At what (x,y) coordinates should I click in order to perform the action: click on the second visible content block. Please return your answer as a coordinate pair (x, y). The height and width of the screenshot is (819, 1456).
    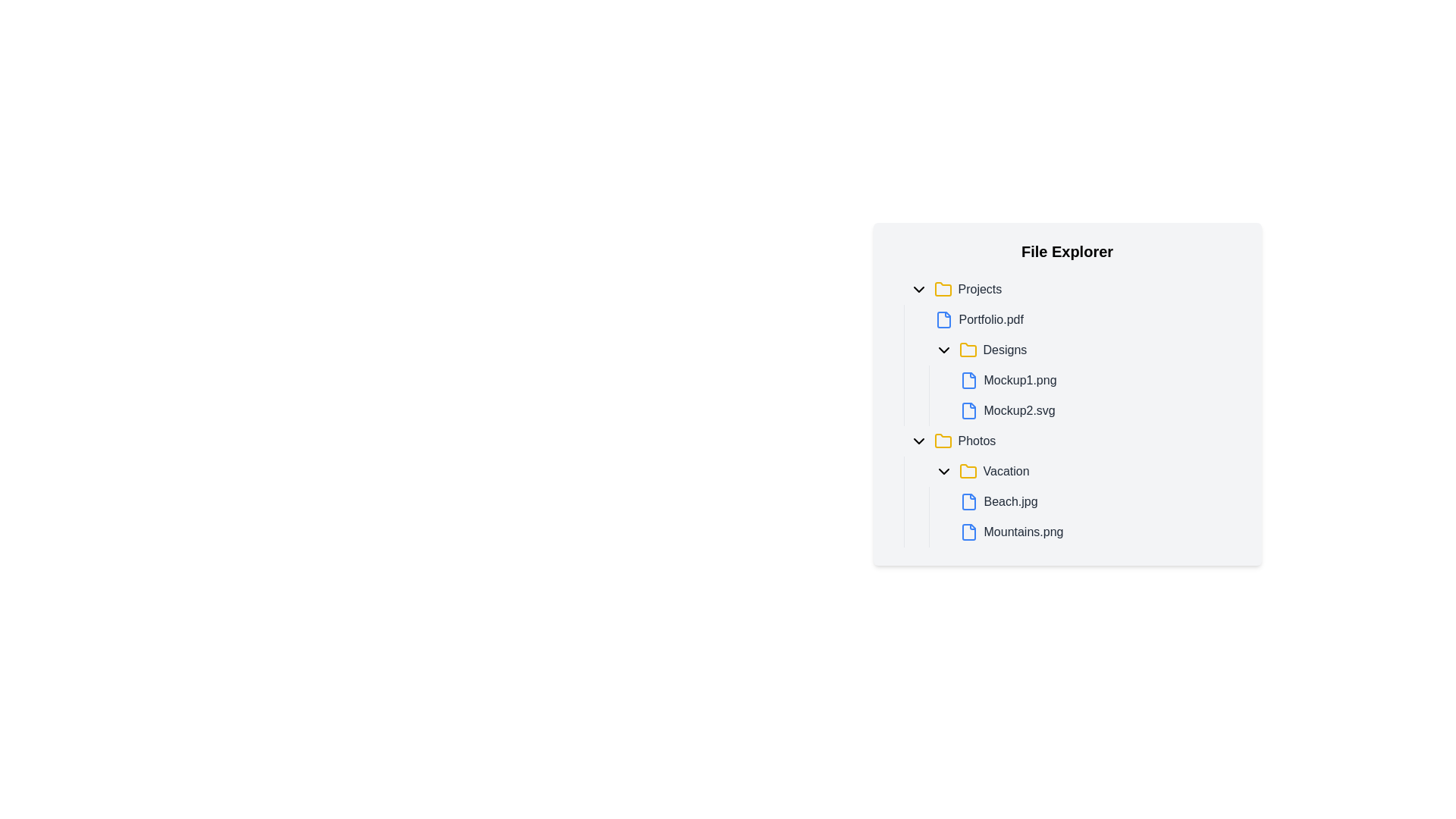
    Looking at the image, I should click on (1084, 516).